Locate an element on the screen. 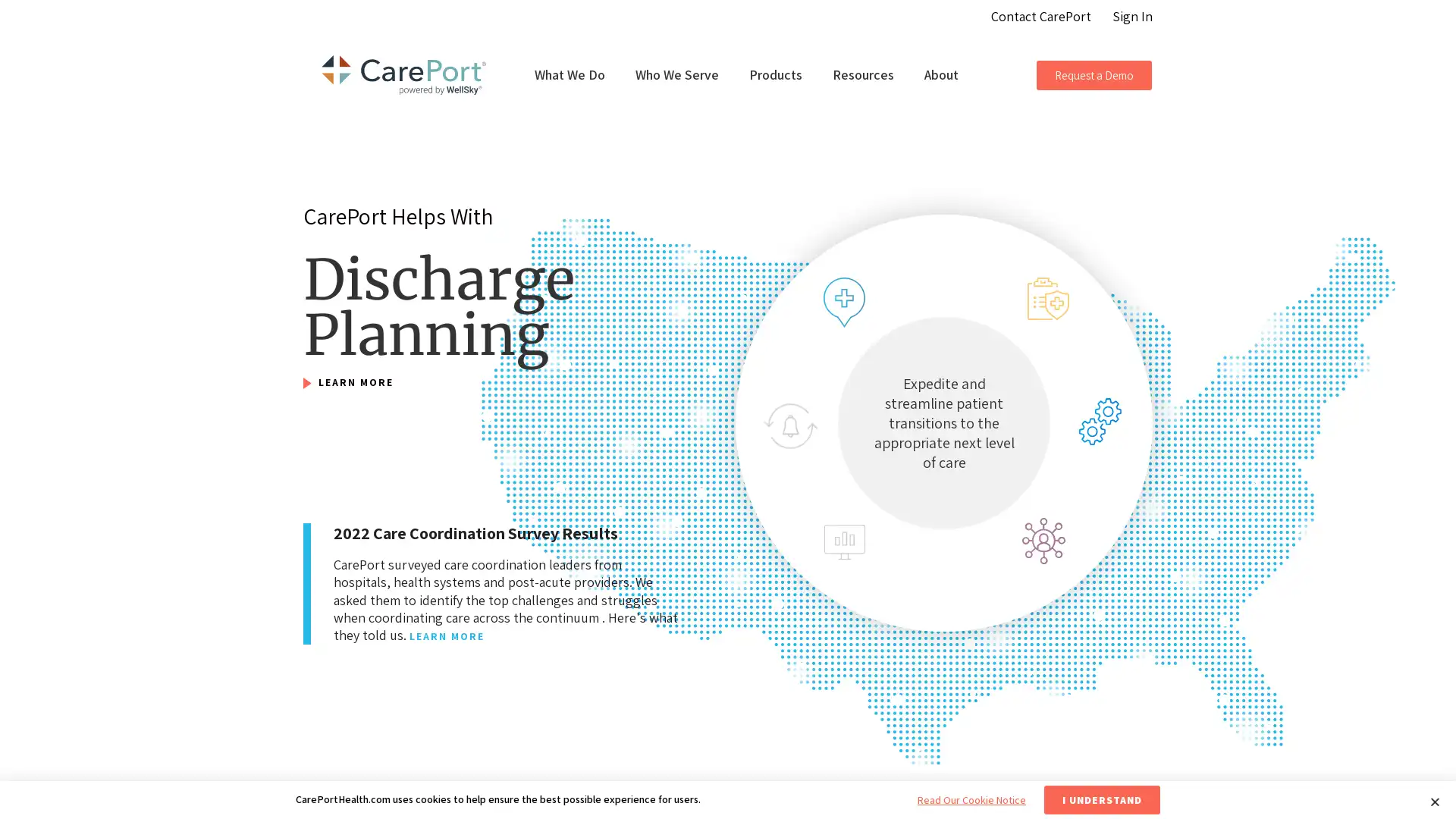 This screenshot has width=1456, height=819. Read Our Cookie Notice is located at coordinates (971, 799).